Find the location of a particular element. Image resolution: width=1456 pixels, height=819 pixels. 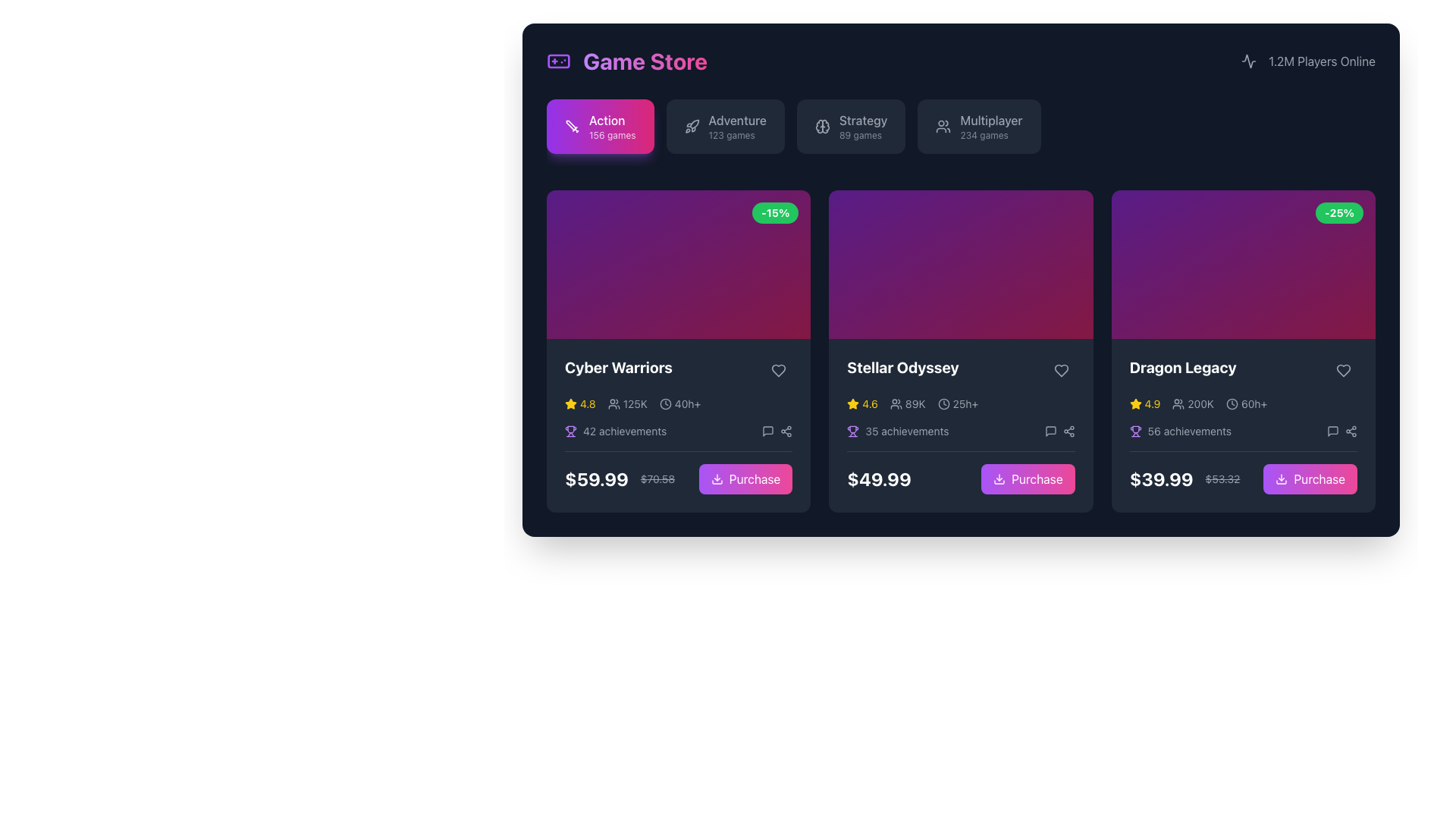

the heart-shaped icon button located in the top-right corner of the 'Cyber Warriors' card is located at coordinates (779, 370).